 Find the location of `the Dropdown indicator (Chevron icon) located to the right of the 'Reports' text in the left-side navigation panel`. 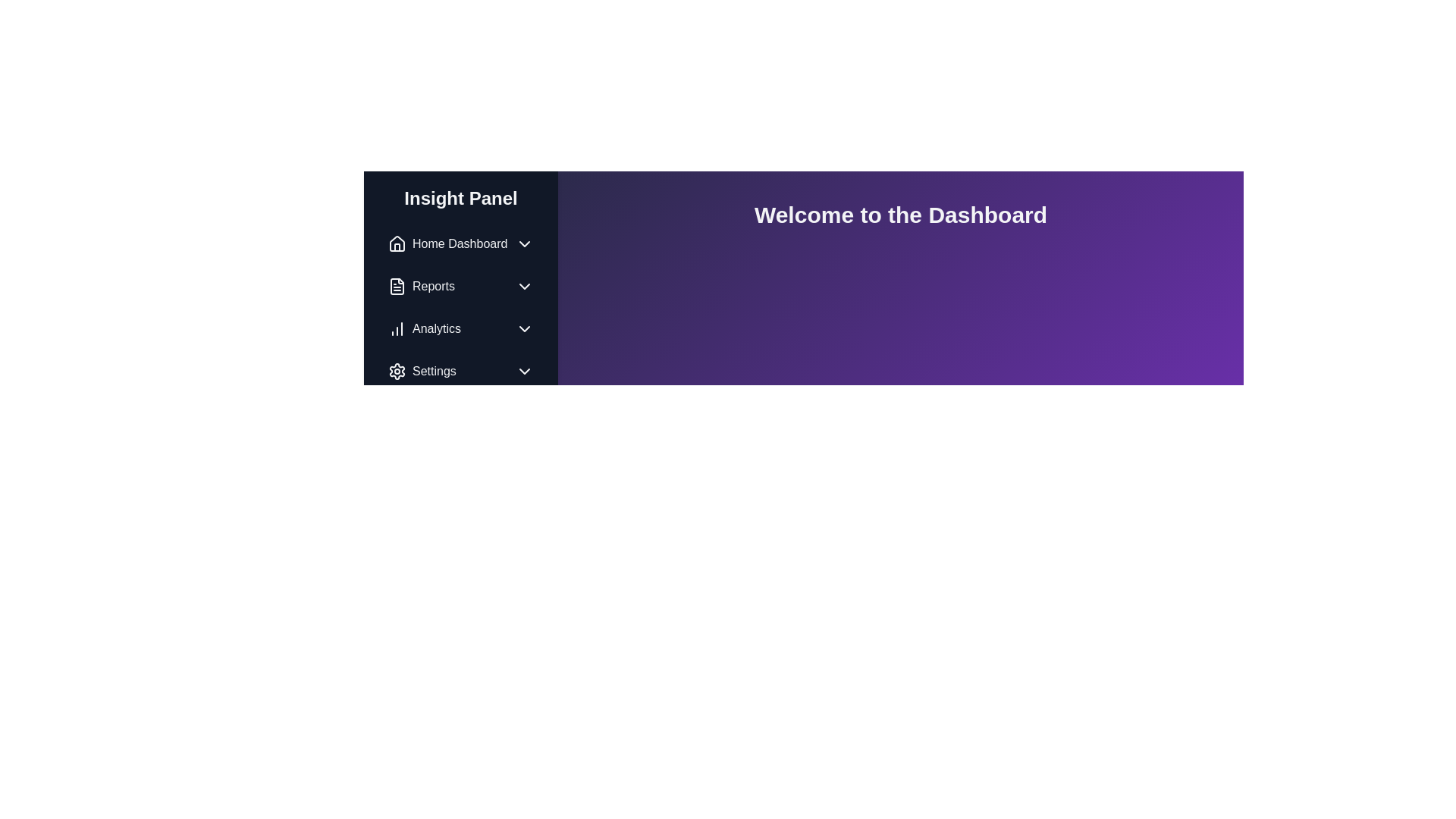

the Dropdown indicator (Chevron icon) located to the right of the 'Reports' text in the left-side navigation panel is located at coordinates (524, 287).